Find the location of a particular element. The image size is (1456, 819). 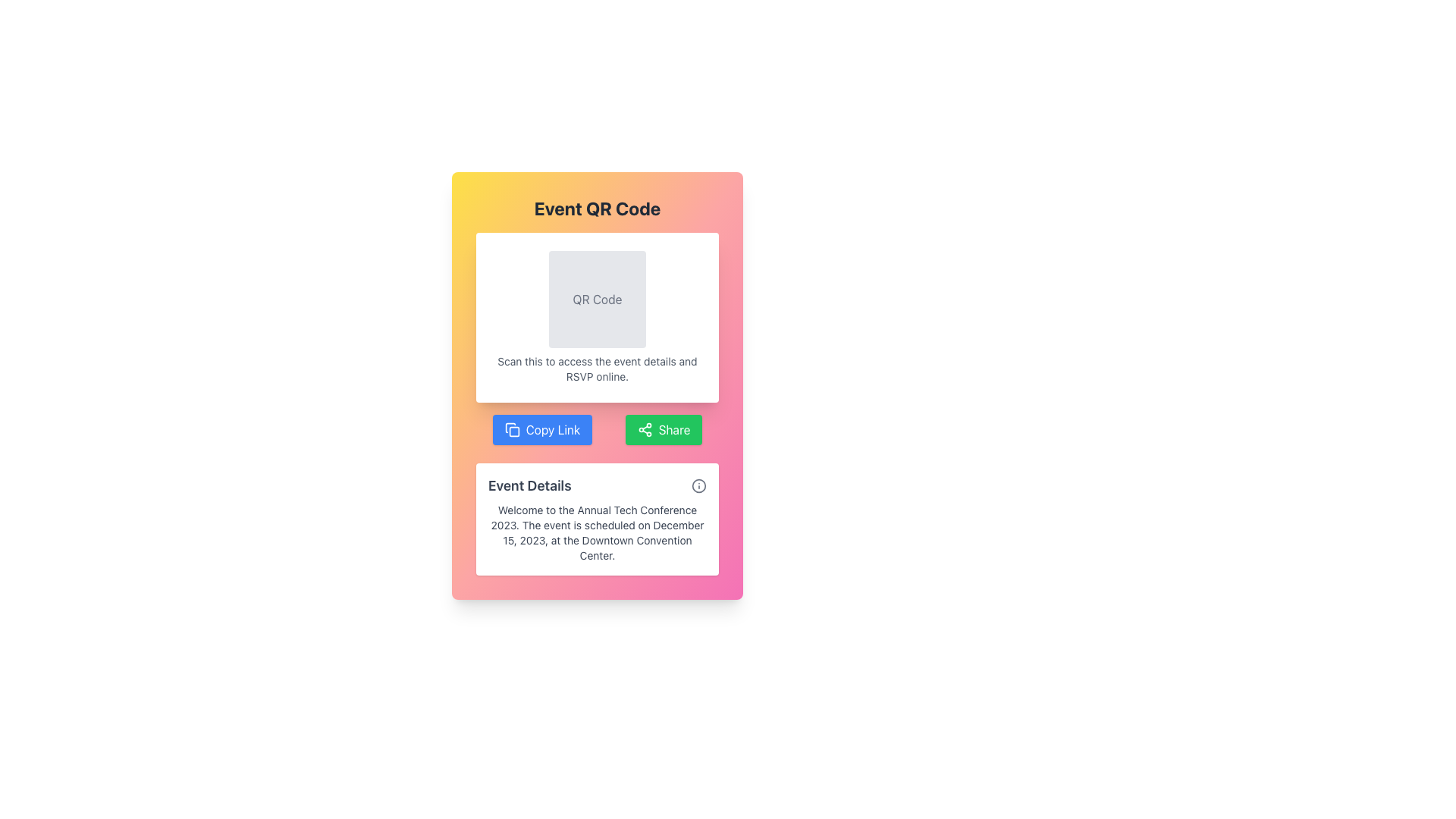

the button located to the left of the green 'Share' button to copy the link to the clipboard is located at coordinates (542, 430).